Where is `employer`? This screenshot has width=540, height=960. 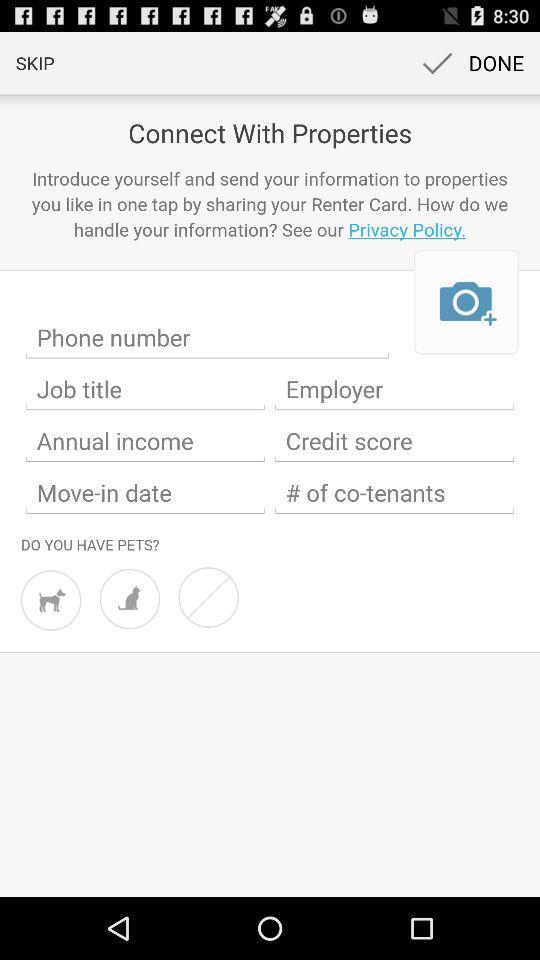 employer is located at coordinates (394, 388).